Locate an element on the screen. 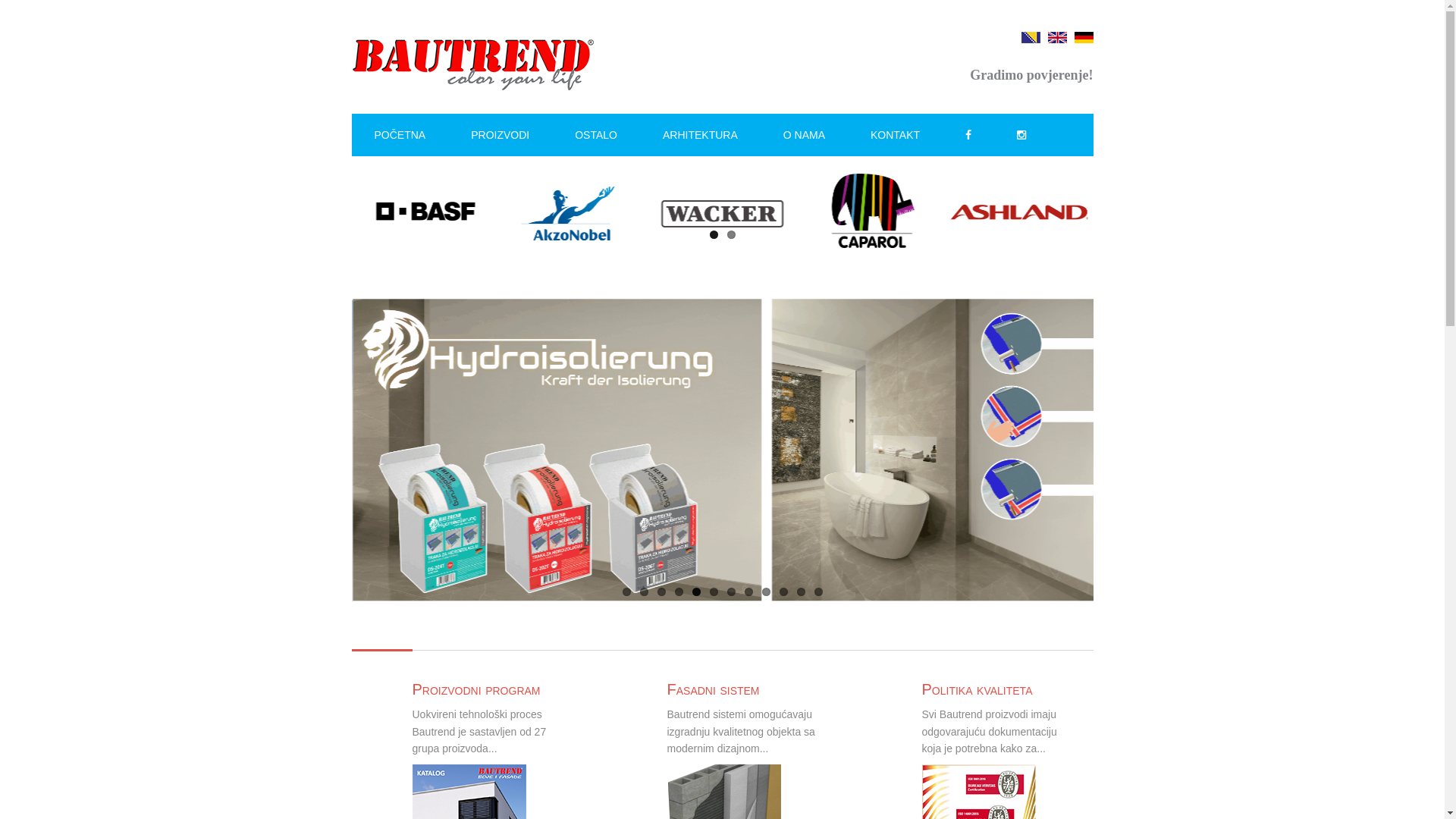 Image resolution: width=1456 pixels, height=819 pixels. 'Proizvodni program' is located at coordinates (412, 689).